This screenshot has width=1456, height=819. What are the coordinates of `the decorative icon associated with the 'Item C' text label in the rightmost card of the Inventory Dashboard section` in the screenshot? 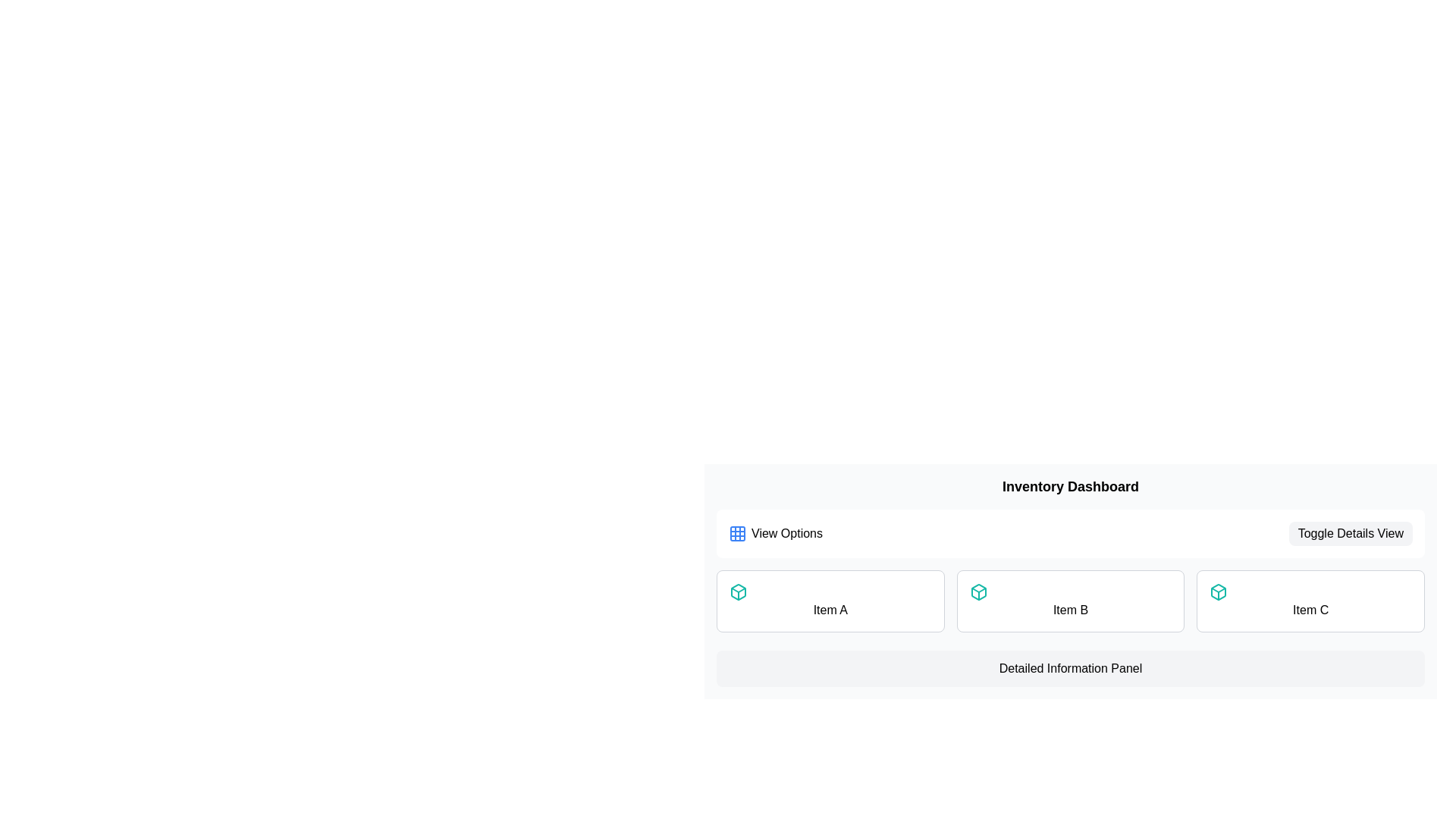 It's located at (1219, 591).